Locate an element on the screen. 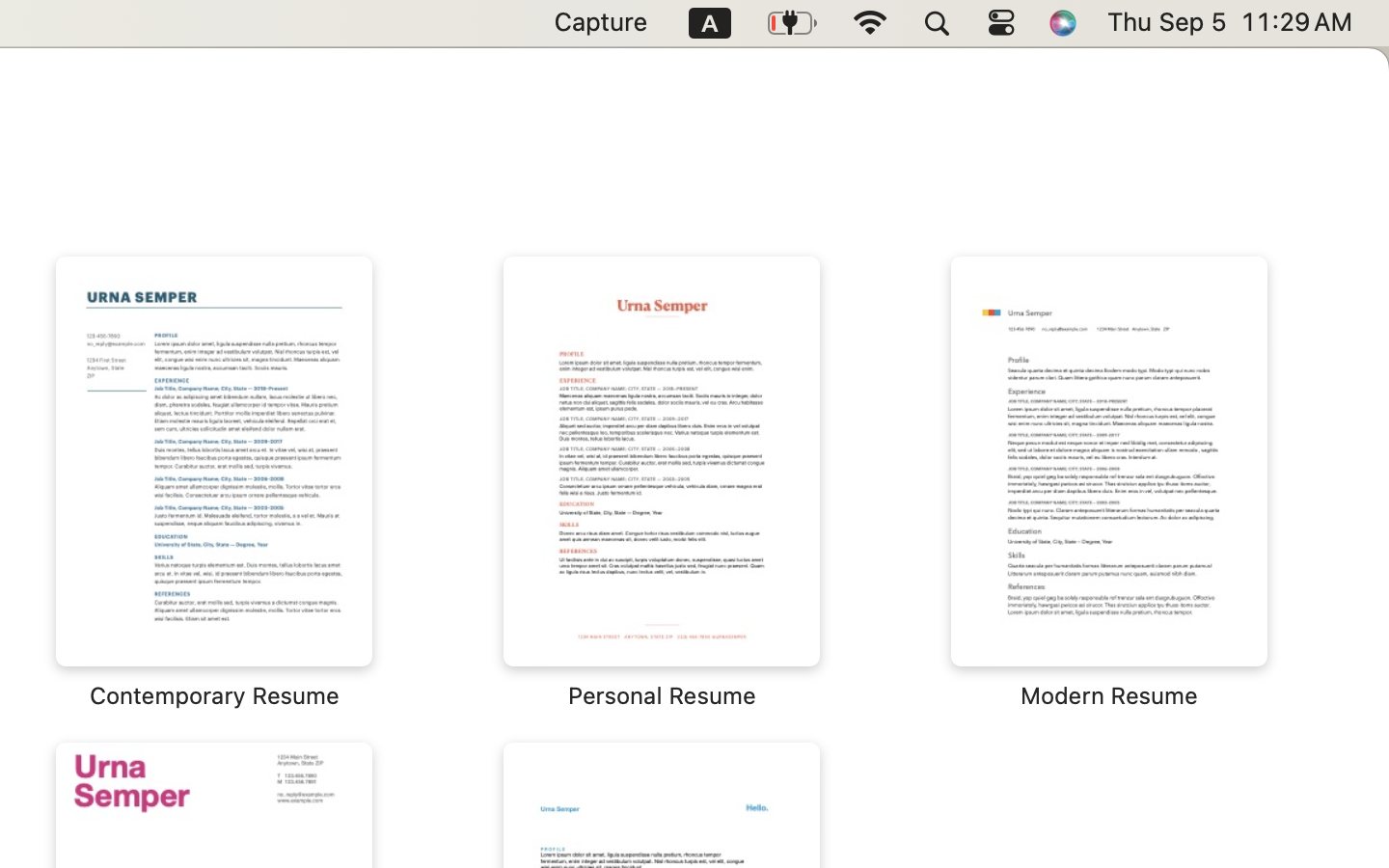 Image resolution: width=1389 pixels, height=868 pixels. '‎⁨Modern Resume⁩' is located at coordinates (1108, 482).